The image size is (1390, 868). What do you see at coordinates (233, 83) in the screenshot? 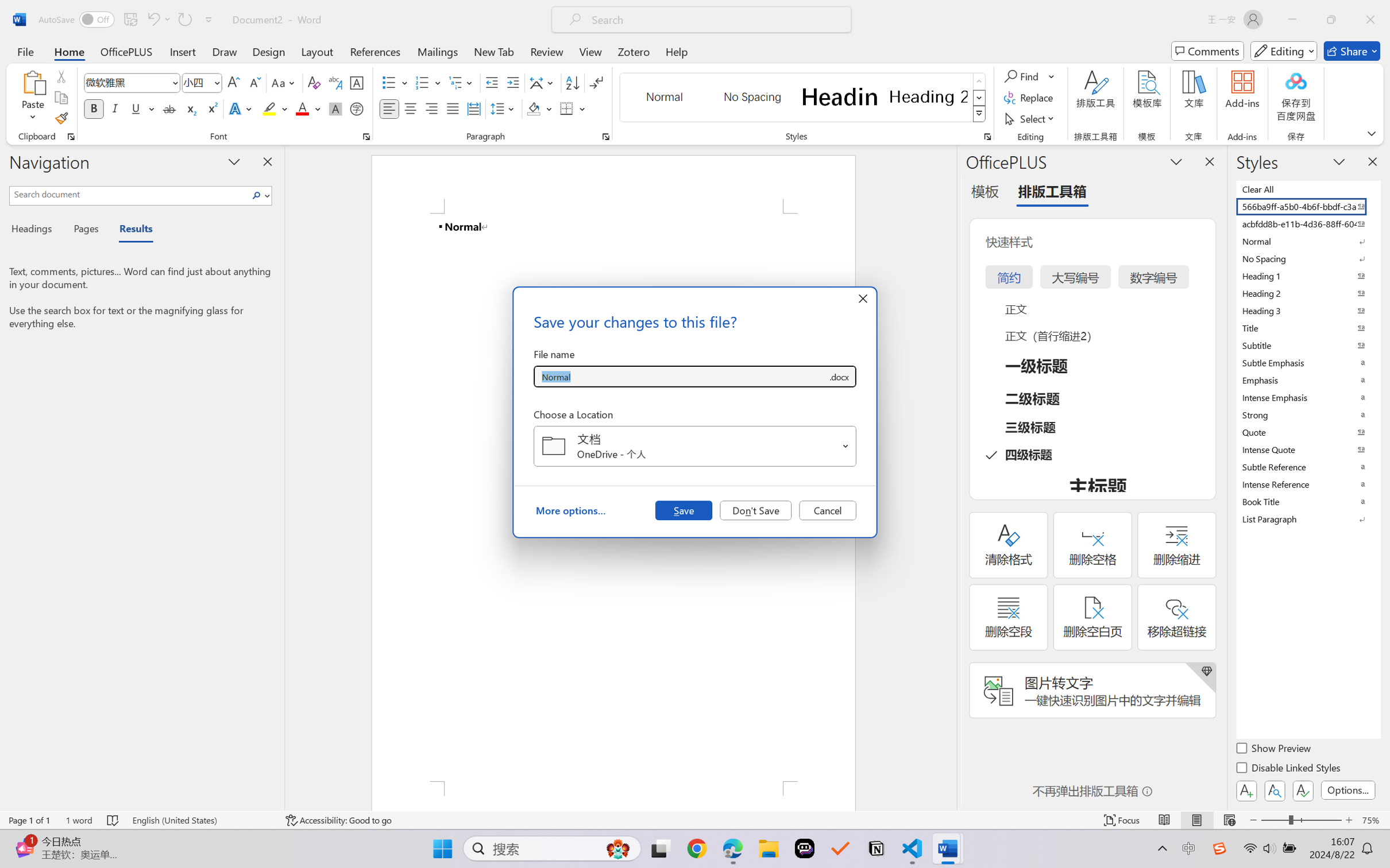
I see `'Grow Font'` at bounding box center [233, 83].